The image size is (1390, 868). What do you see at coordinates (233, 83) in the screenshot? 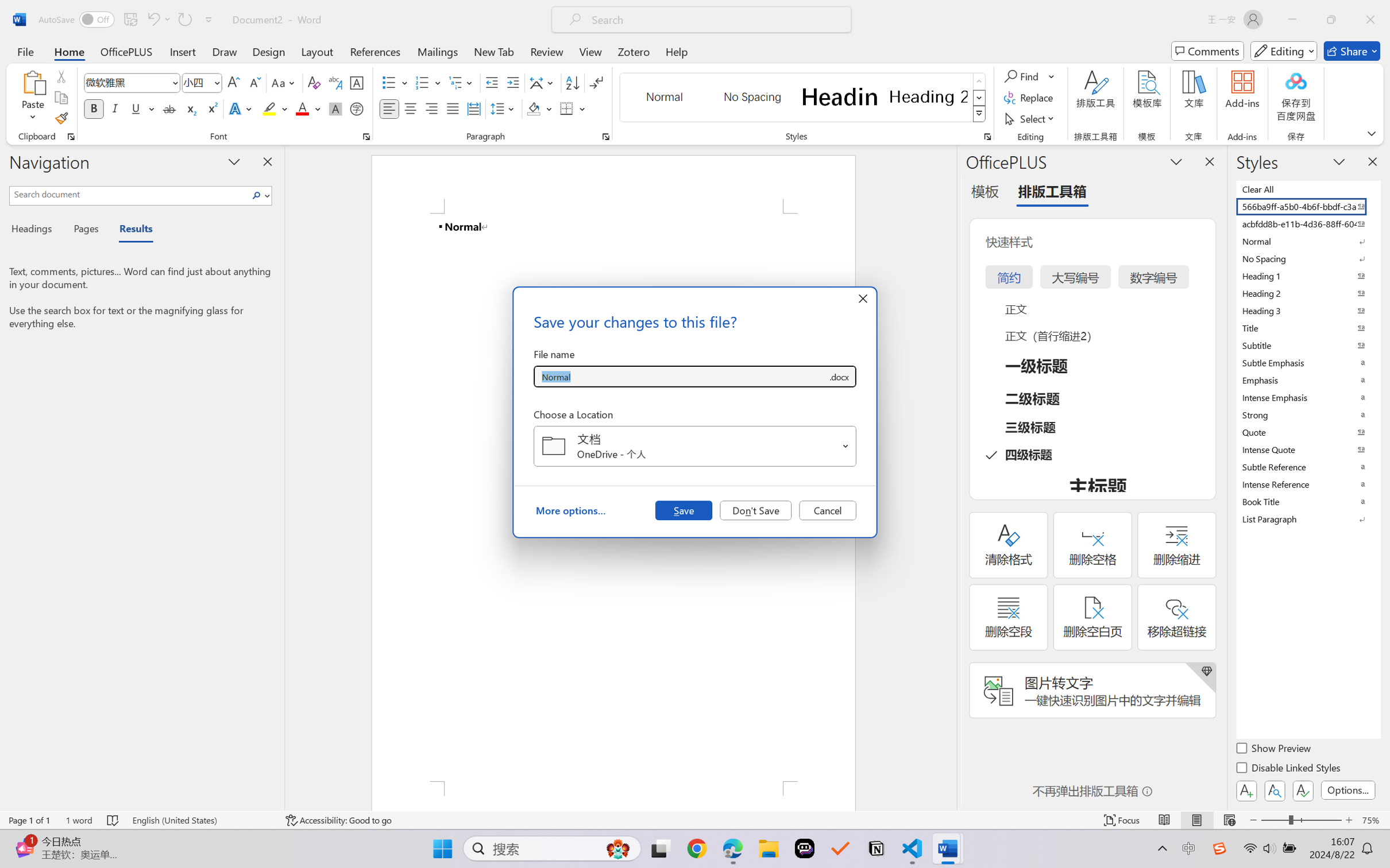
I see `'Grow Font'` at bounding box center [233, 83].